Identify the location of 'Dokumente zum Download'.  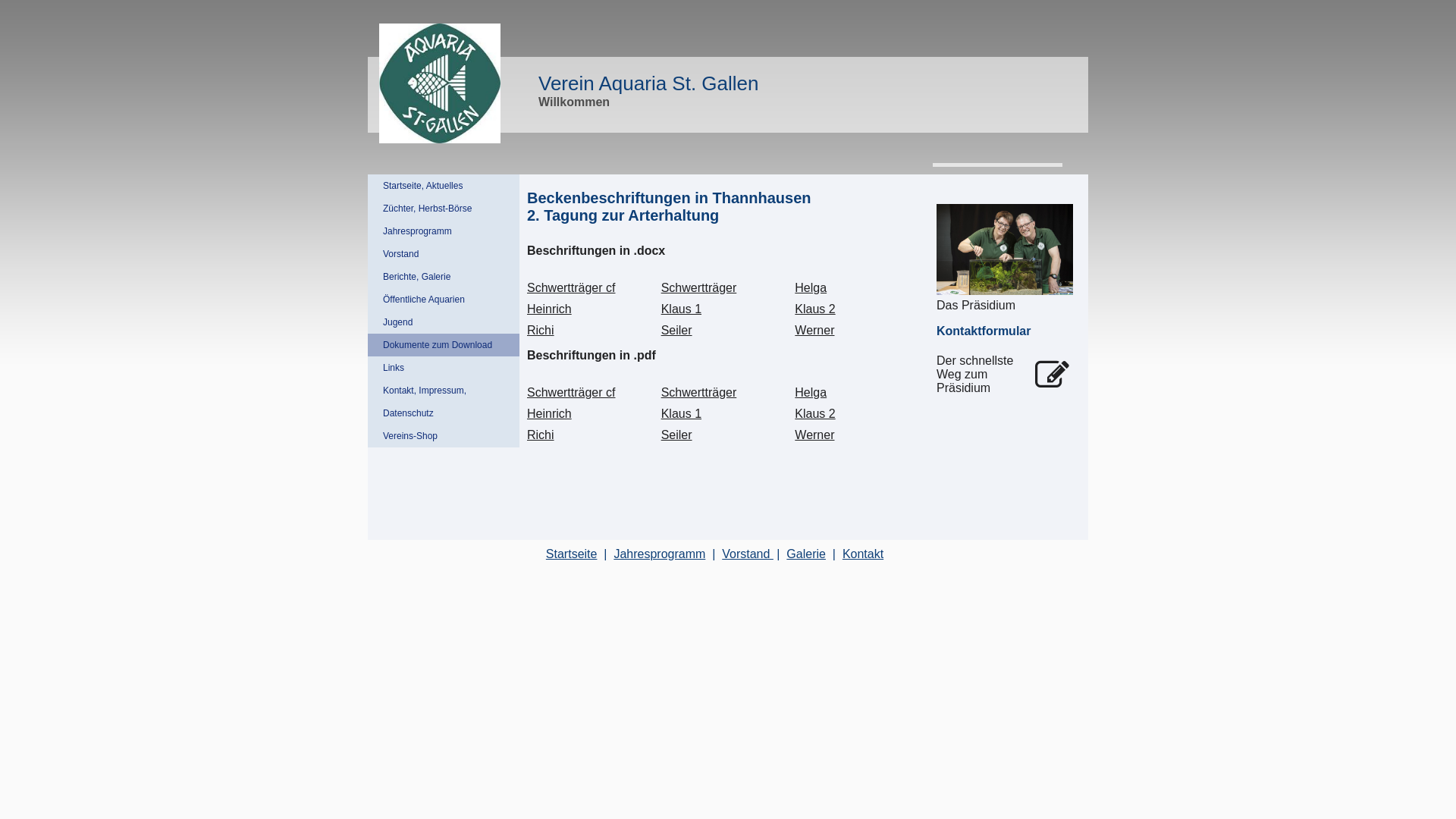
(443, 345).